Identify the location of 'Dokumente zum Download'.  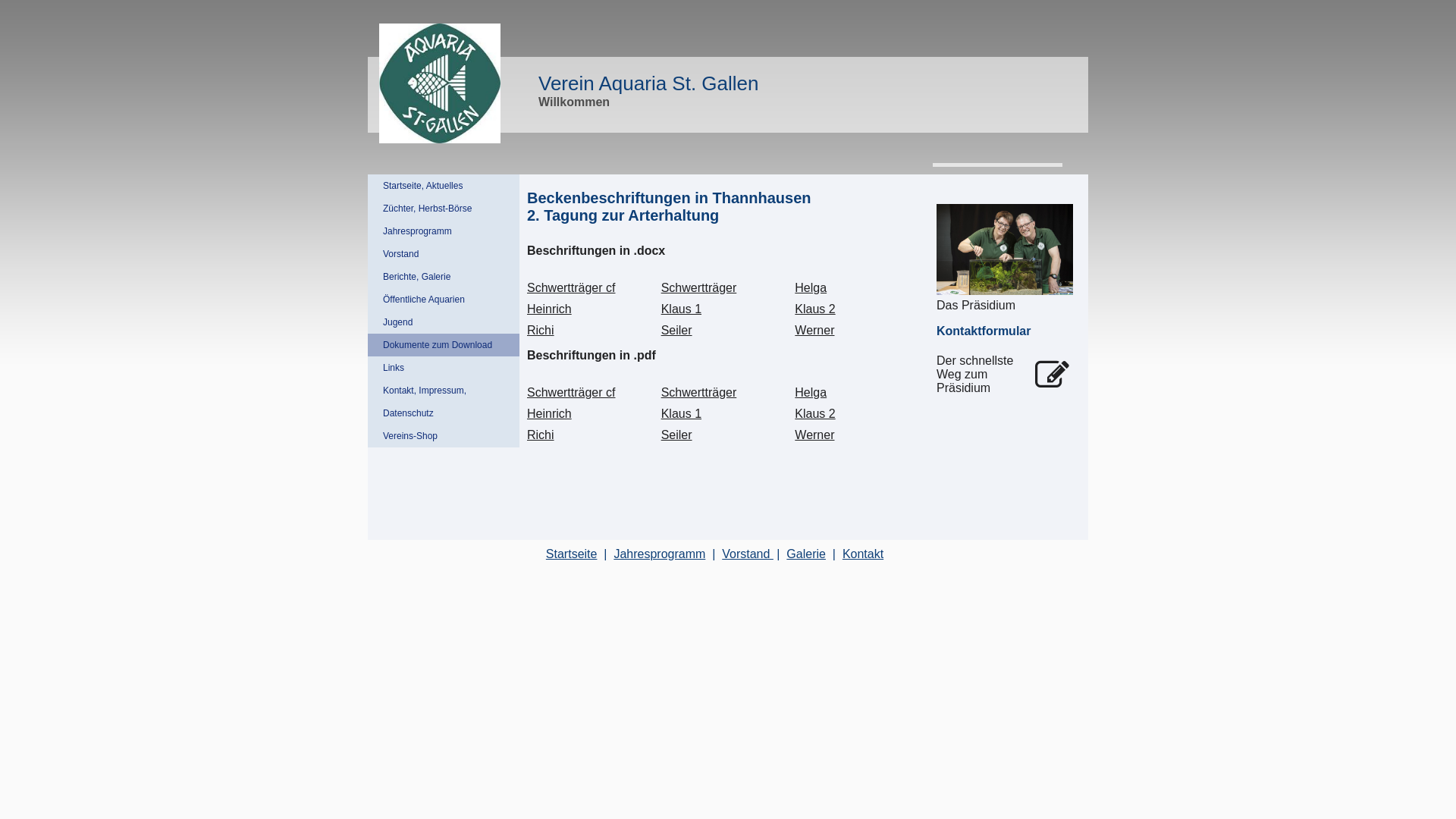
(443, 345).